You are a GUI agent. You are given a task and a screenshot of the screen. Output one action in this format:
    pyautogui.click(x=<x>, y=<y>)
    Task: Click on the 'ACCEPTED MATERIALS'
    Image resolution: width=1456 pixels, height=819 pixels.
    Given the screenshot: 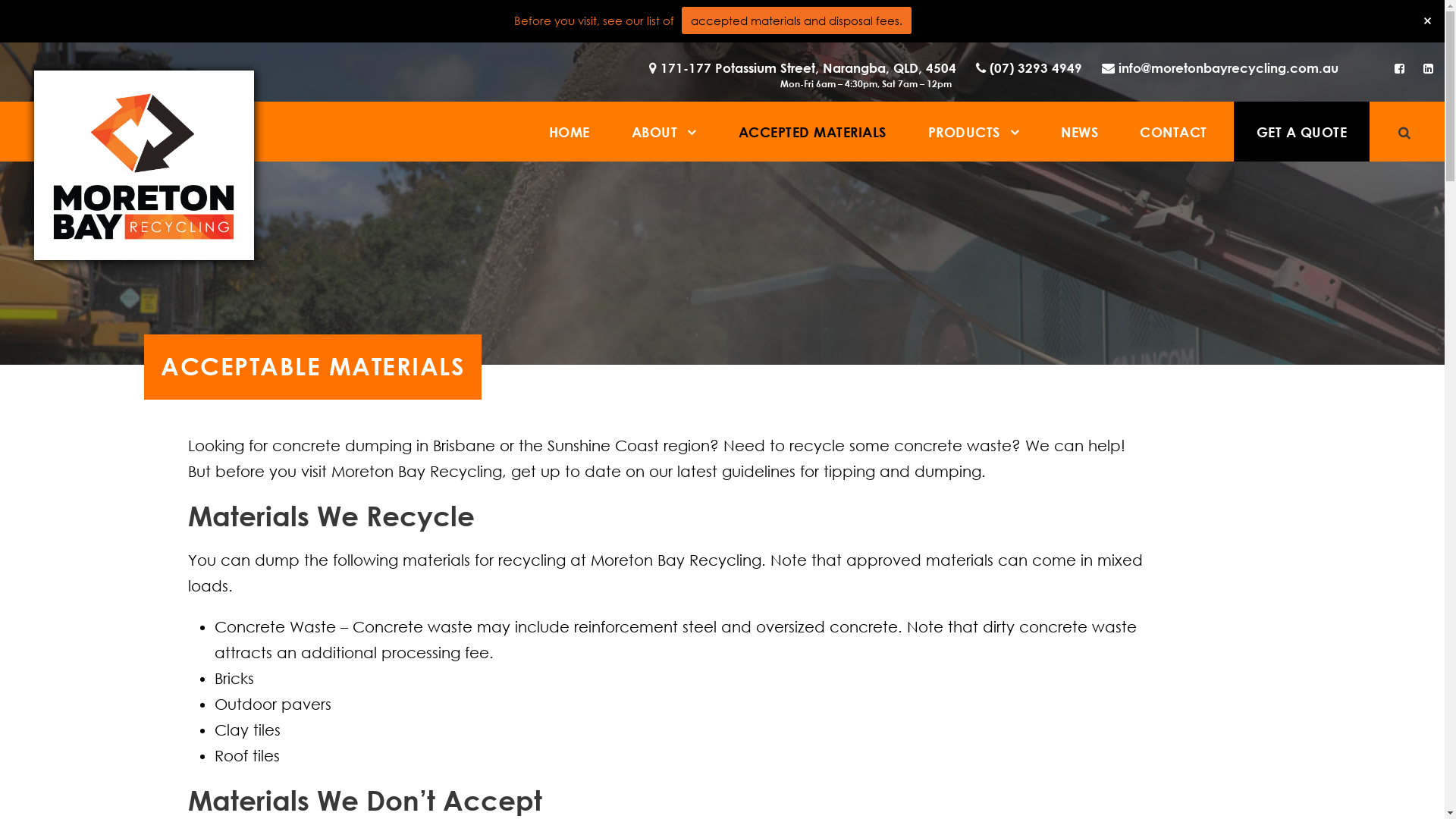 What is the action you would take?
    pyautogui.click(x=811, y=130)
    